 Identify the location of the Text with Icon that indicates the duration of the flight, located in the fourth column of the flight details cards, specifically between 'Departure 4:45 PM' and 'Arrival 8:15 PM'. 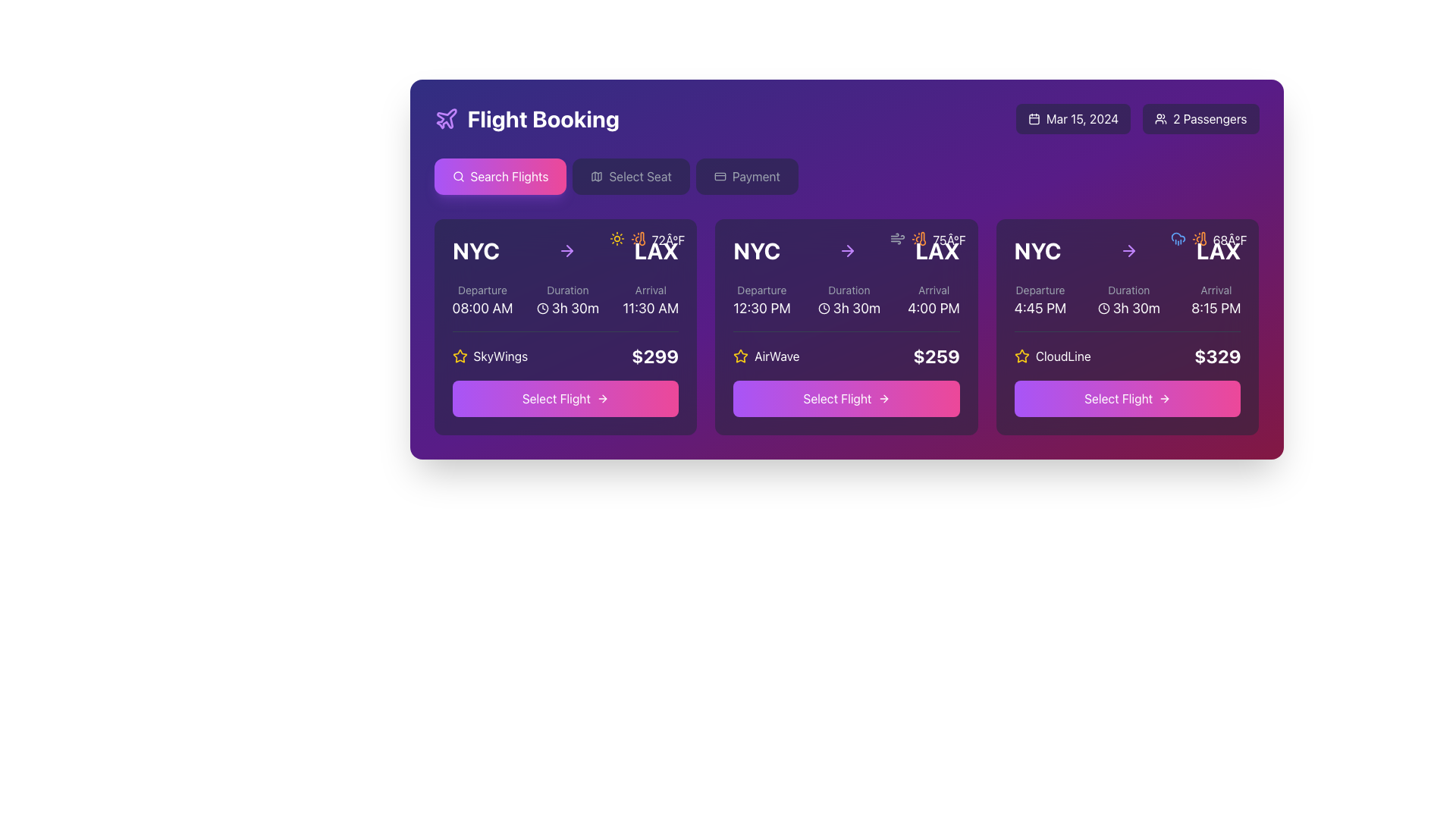
(1128, 301).